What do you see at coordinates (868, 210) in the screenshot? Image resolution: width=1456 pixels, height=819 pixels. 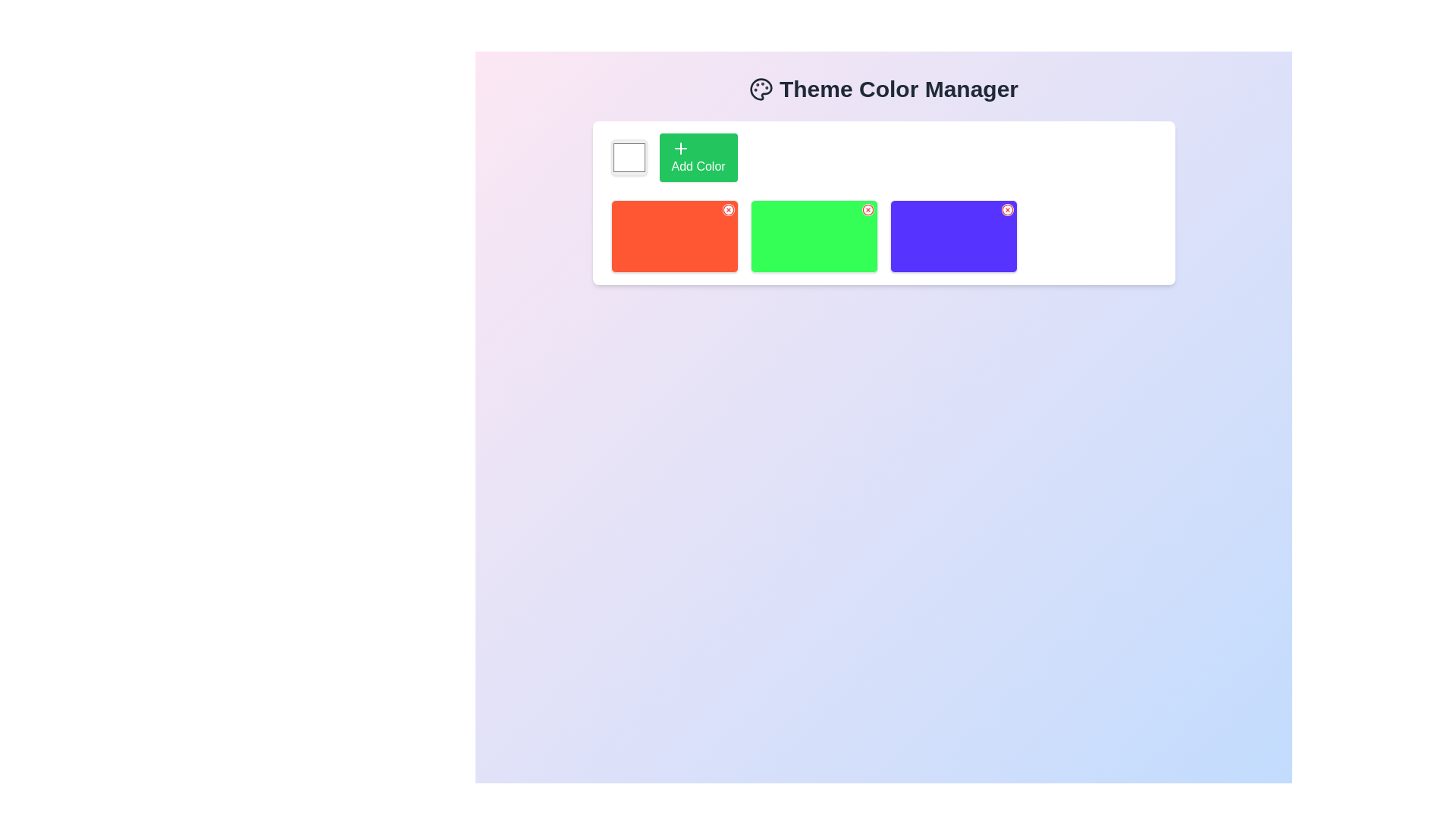 I see `the close button located at the top-right corner of the green rectangular tile, which is the middle tile among three adjacent colored tiles` at bounding box center [868, 210].